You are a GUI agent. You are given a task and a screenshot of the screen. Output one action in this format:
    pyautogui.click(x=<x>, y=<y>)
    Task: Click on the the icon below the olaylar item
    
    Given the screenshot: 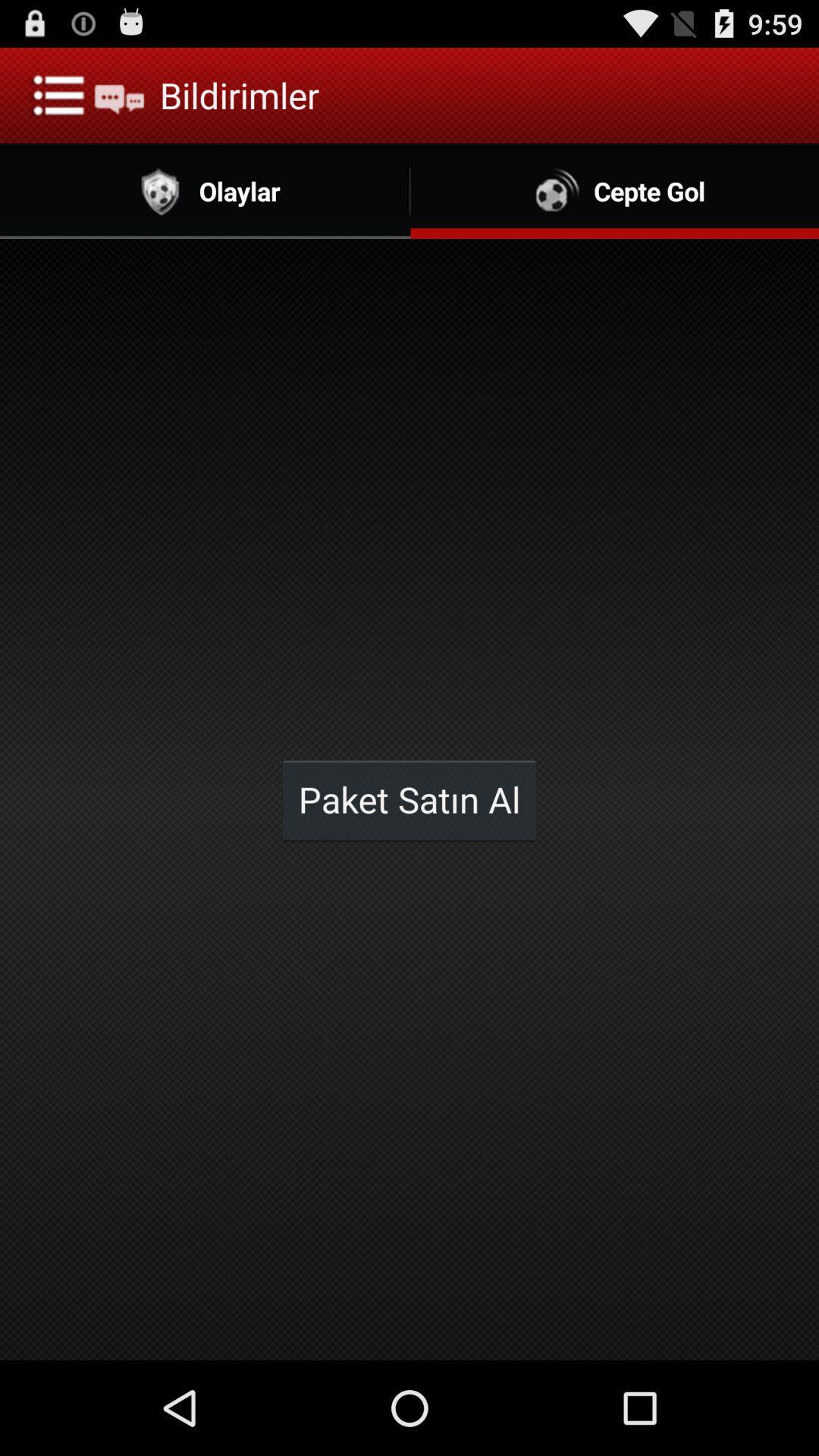 What is the action you would take?
    pyautogui.click(x=409, y=799)
    